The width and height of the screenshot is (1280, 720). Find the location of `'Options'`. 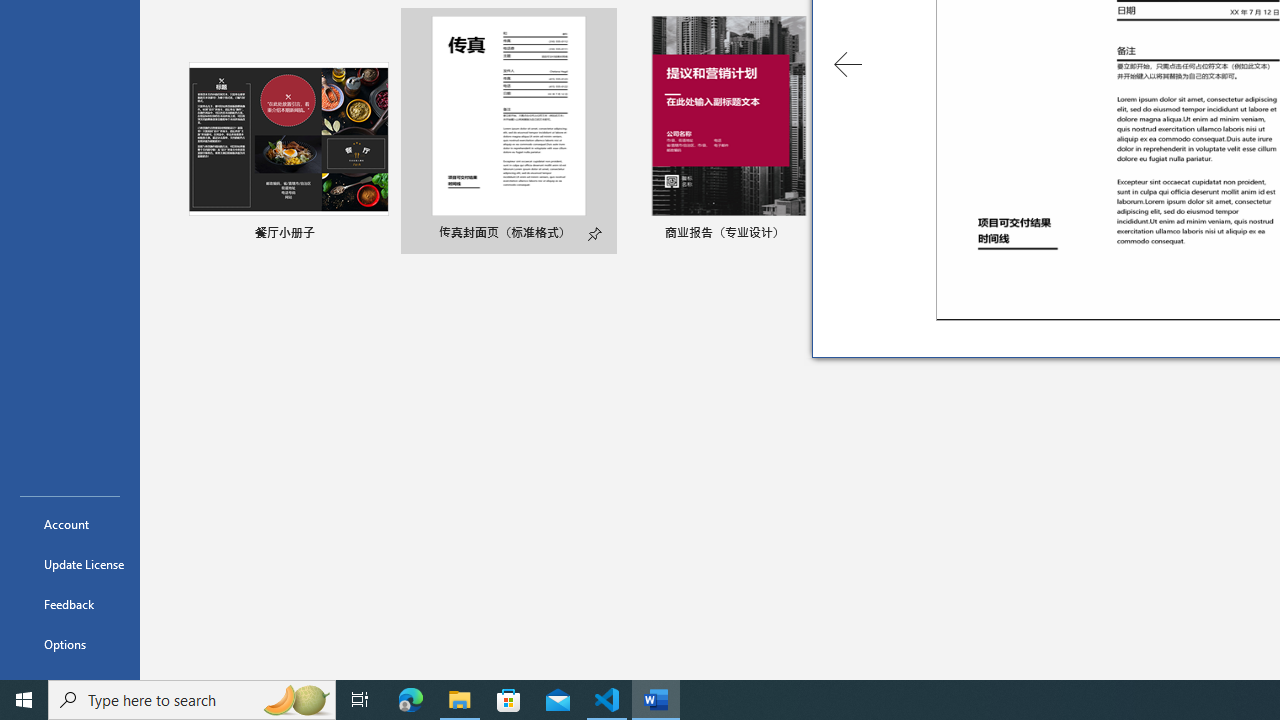

'Options' is located at coordinates (69, 644).